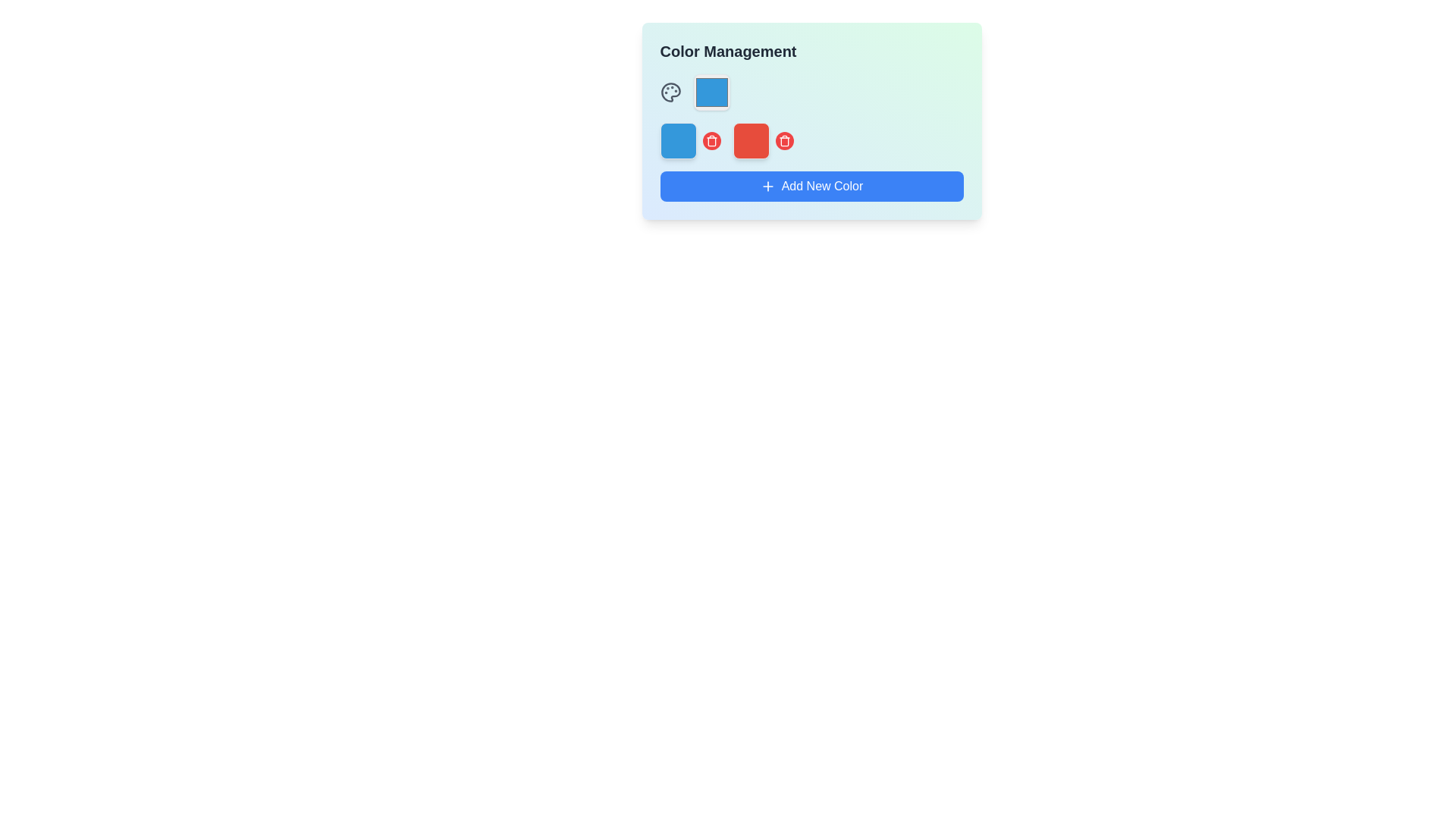 This screenshot has width=1456, height=819. I want to click on the color palette tool icon located in the top-left corner of the 'Color Management' content card, which is positioned above a blue square icon and to the left of an empty square frame, so click(670, 93).